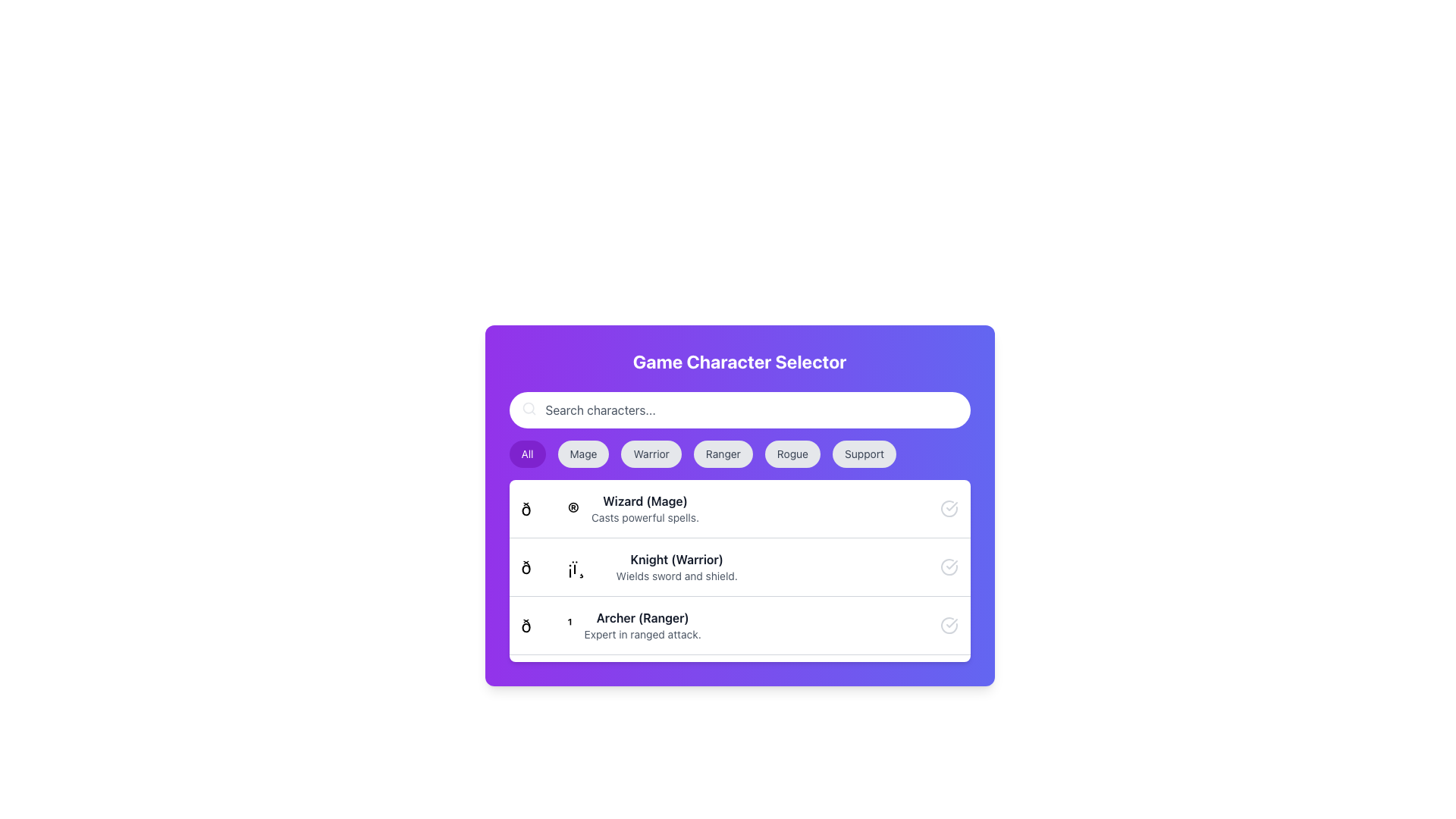  What do you see at coordinates (864, 453) in the screenshot?
I see `the 'Support' button, which is a rounded rectangular button with a light gray background and dark gray text, positioned as the sixth button in the row of category selectors` at bounding box center [864, 453].